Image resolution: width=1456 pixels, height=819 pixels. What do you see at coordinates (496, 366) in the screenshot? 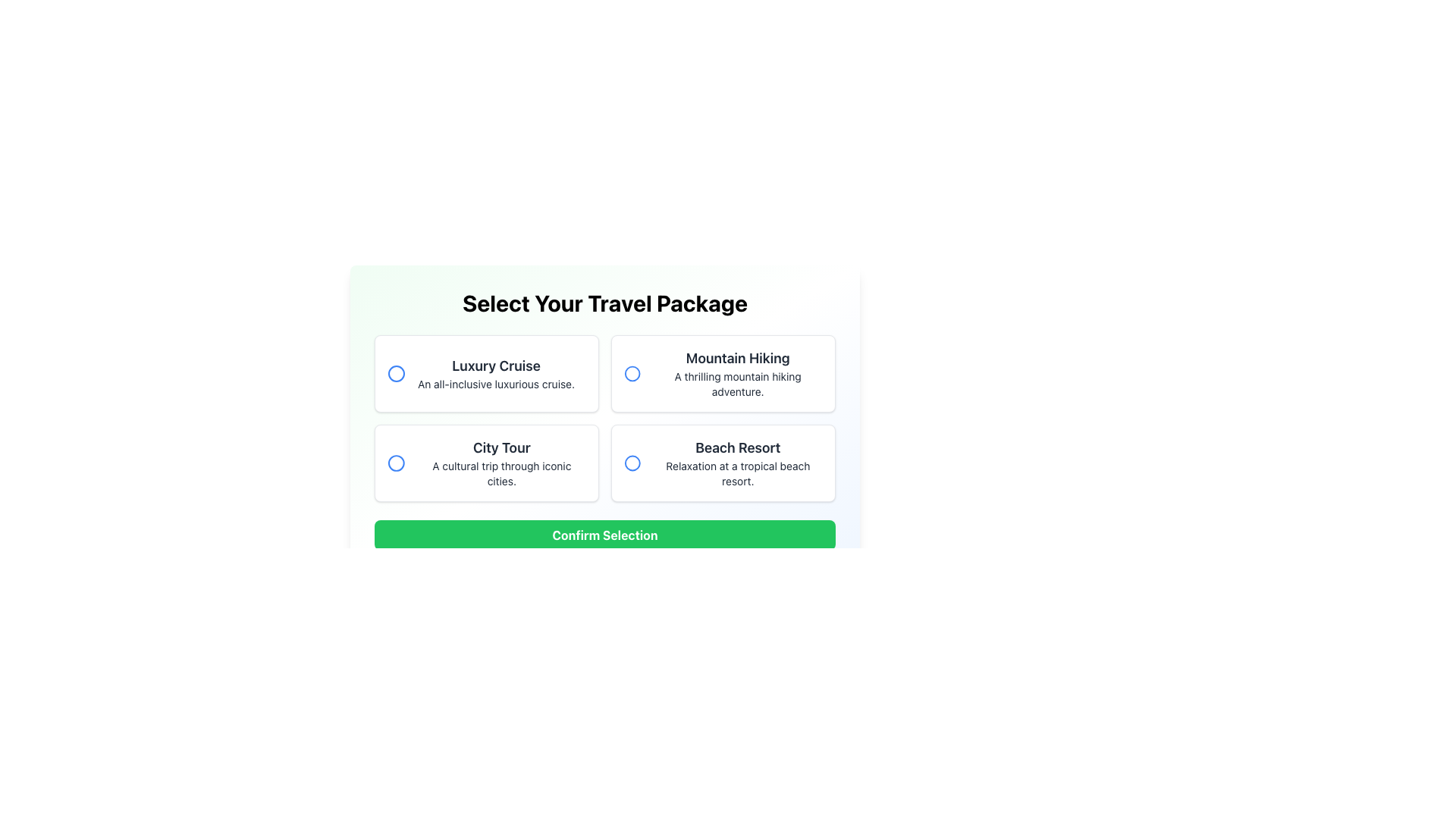
I see `the title text element for the 'Luxury Cruise' travel package option, which serves as a heading within the selection interface` at bounding box center [496, 366].